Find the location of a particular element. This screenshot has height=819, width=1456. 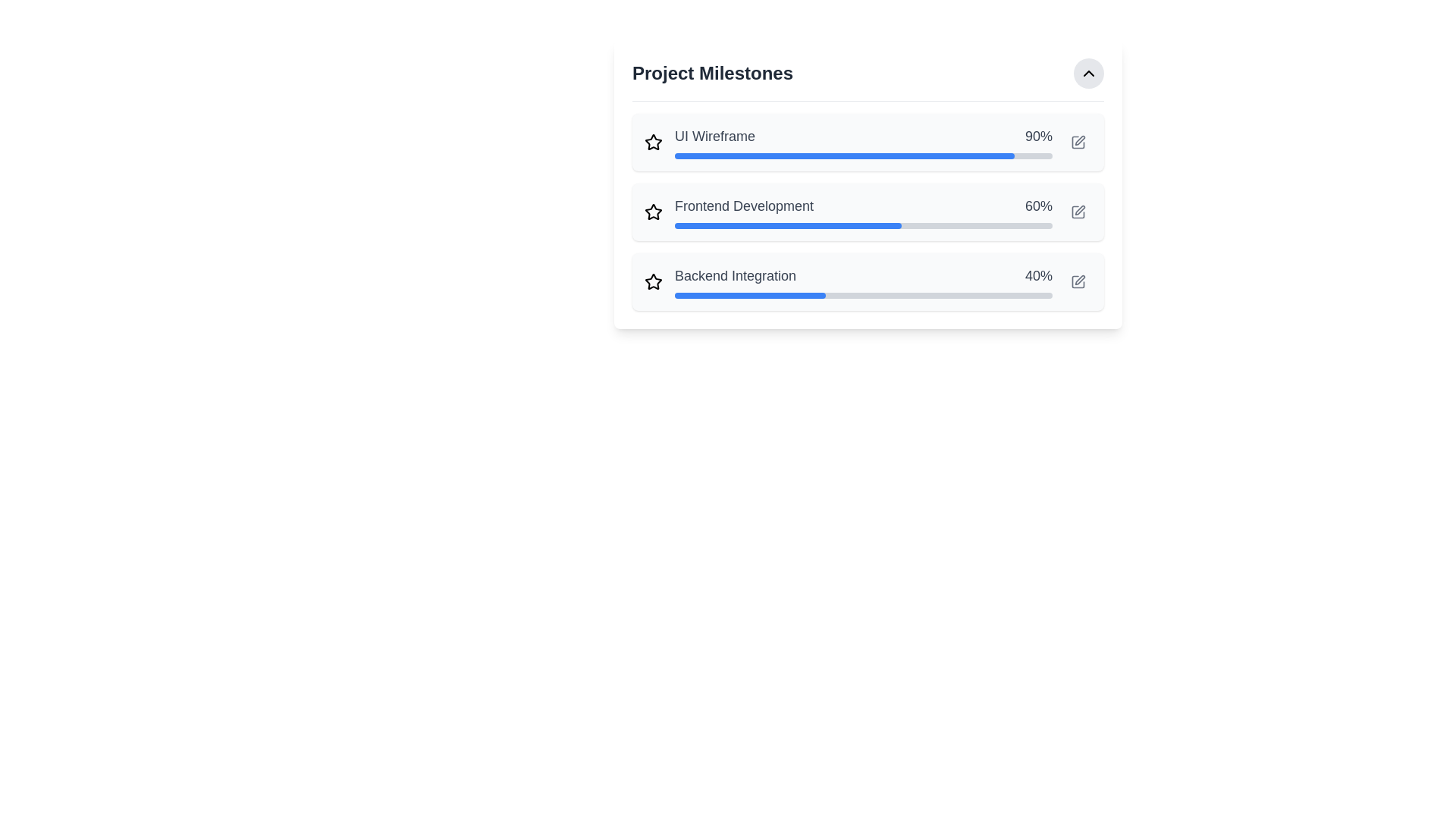

the edit icon for the 'UI Wireframe' milestone is located at coordinates (1079, 140).